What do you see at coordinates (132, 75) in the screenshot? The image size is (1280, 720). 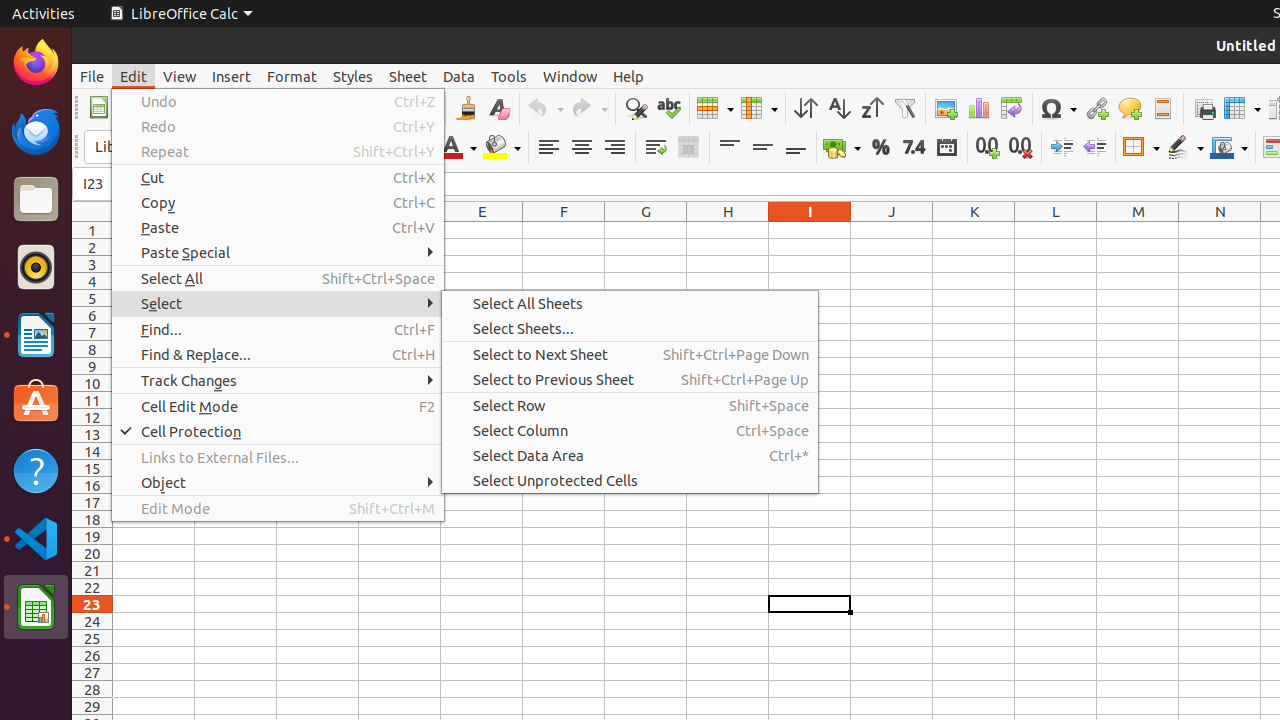 I see `'Edit'` at bounding box center [132, 75].